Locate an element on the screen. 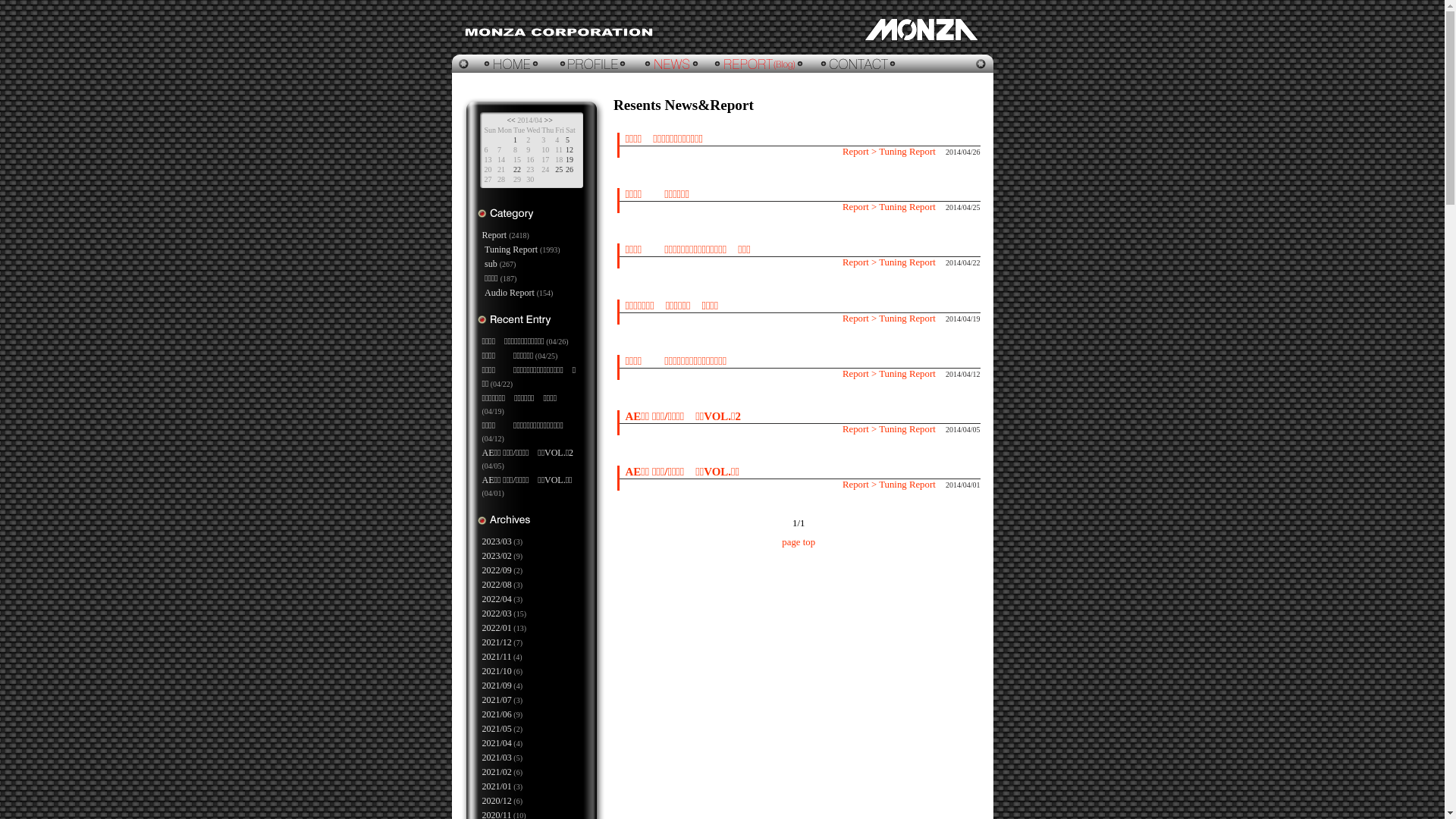 The image size is (1456, 819). '2022/01' is located at coordinates (481, 628).